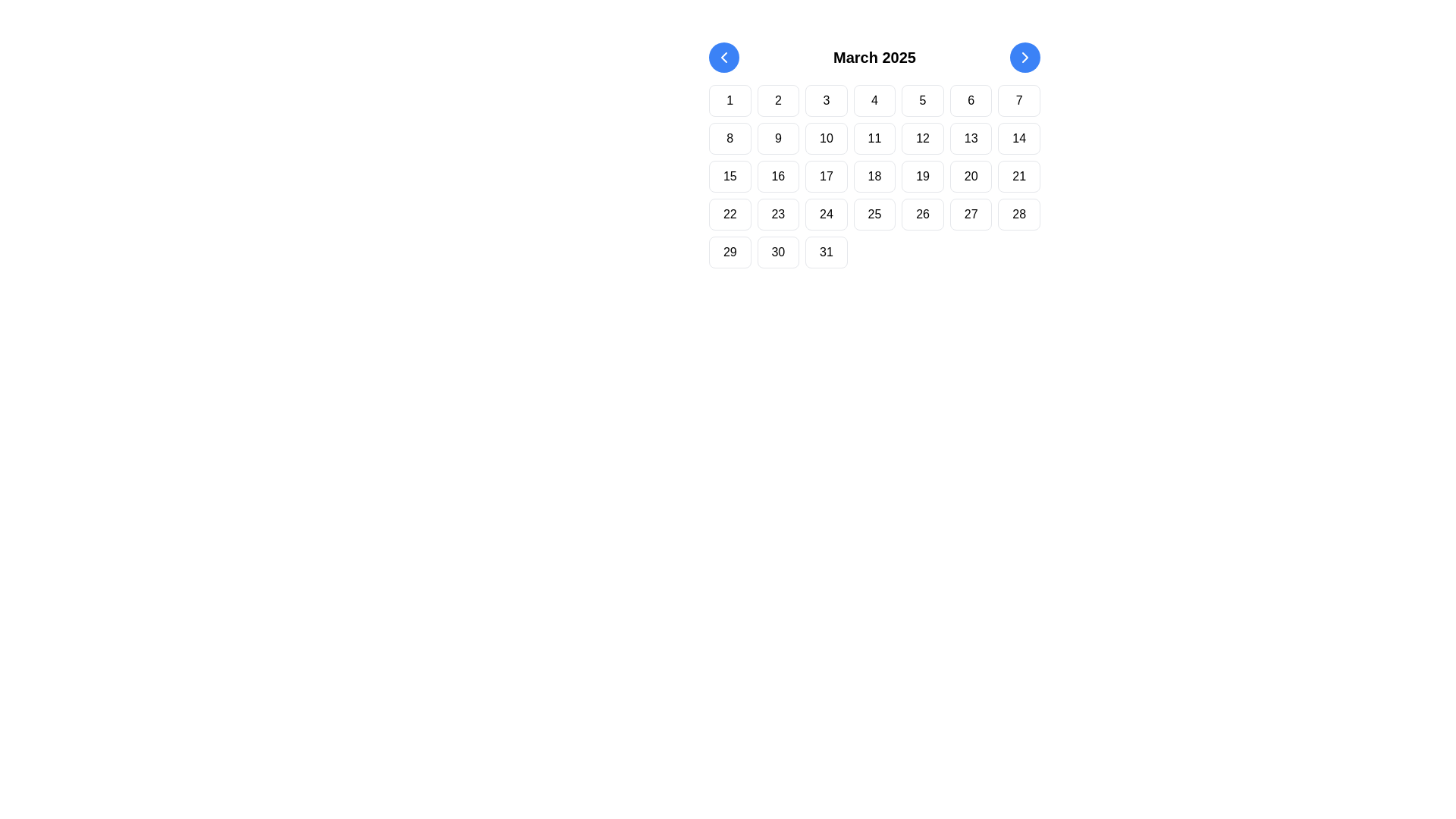  Describe the element at coordinates (778, 214) in the screenshot. I see `the square button with rounded corners containing the numeric text '23'` at that location.